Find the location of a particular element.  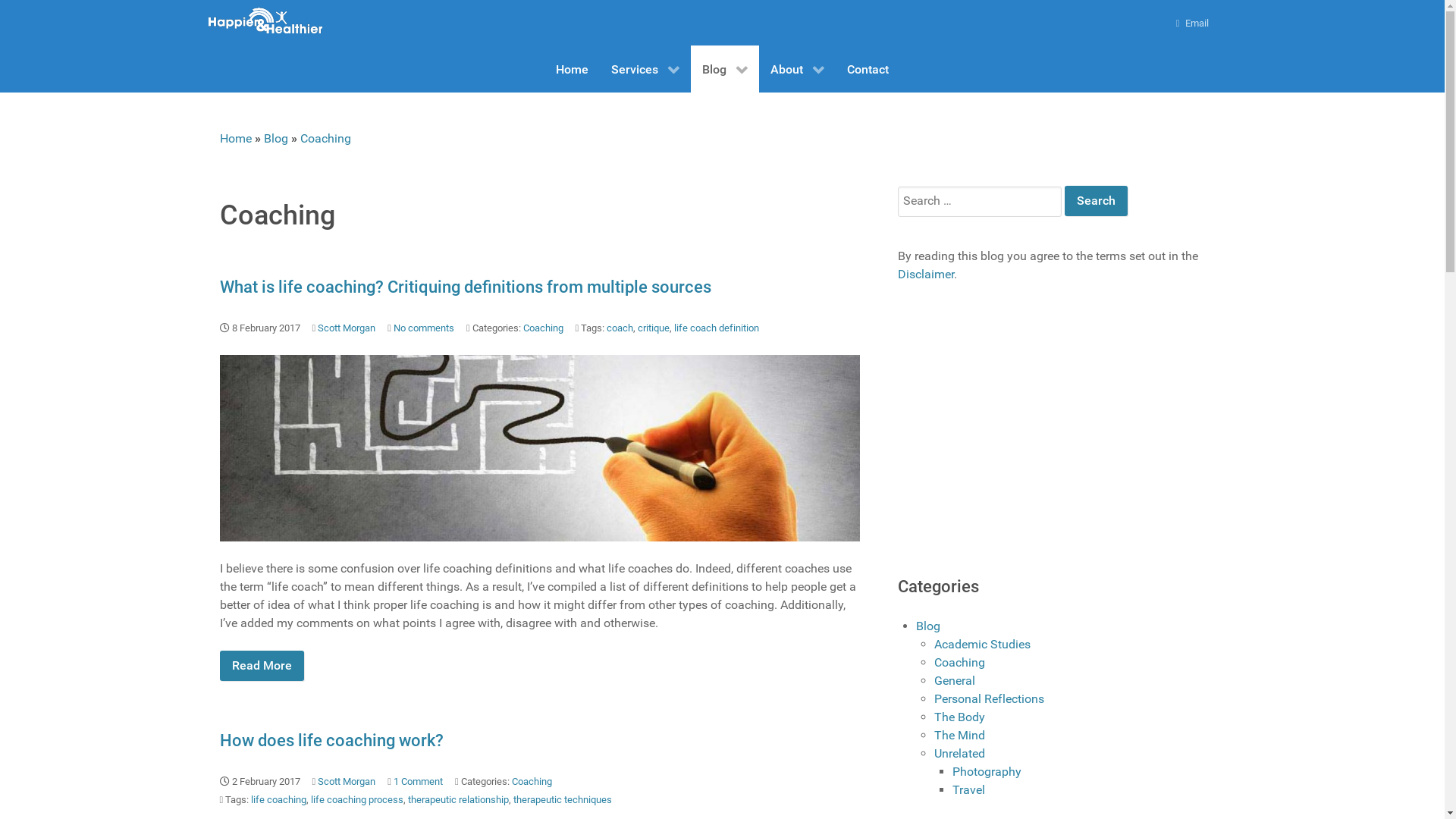

'therapeutic relationship' is located at coordinates (457, 799).